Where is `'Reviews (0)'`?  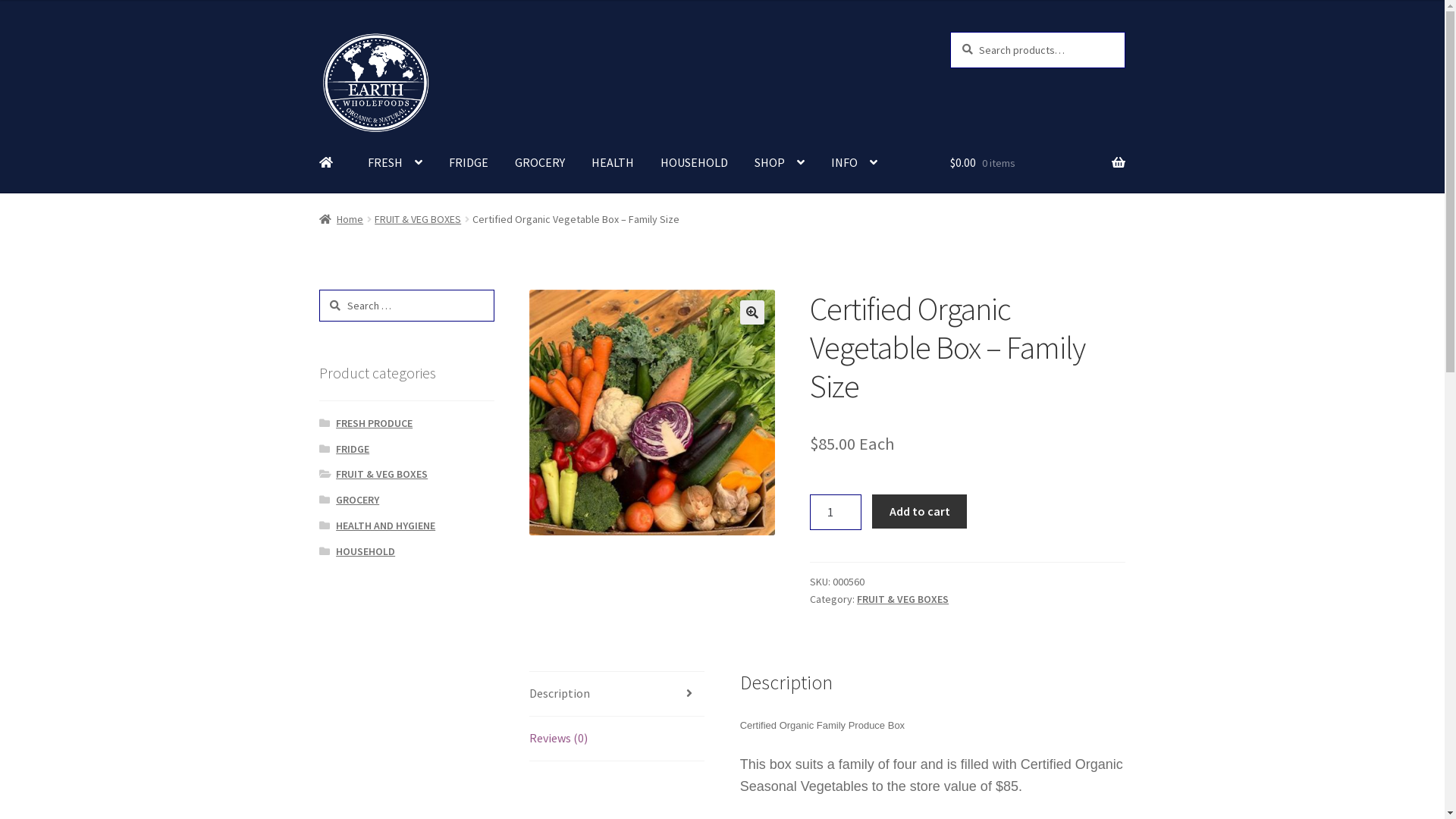
'Reviews (0)' is located at coordinates (529, 738).